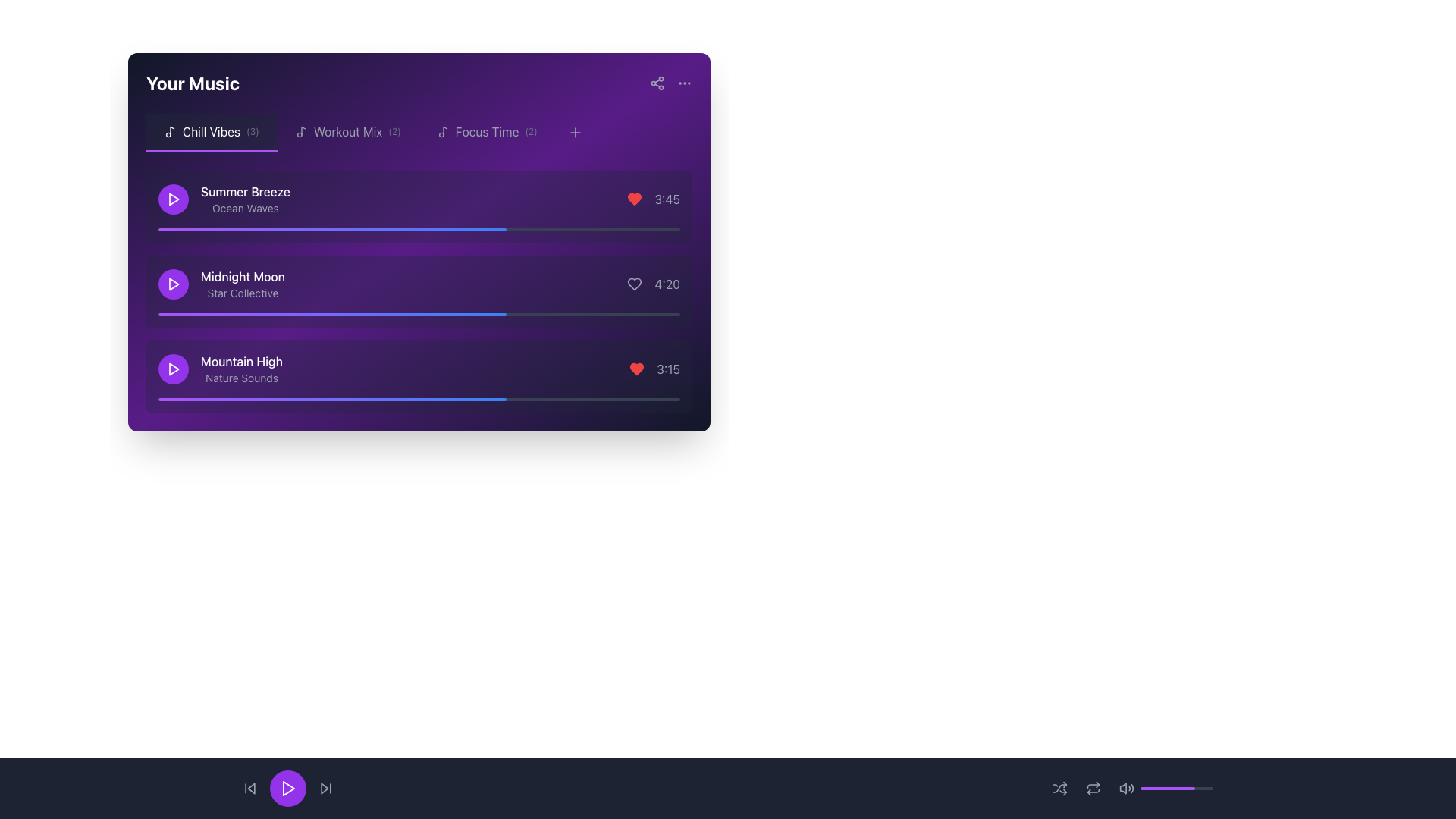 The width and height of the screenshot is (1456, 819). What do you see at coordinates (419, 292) in the screenshot?
I see `the second song item` at bounding box center [419, 292].